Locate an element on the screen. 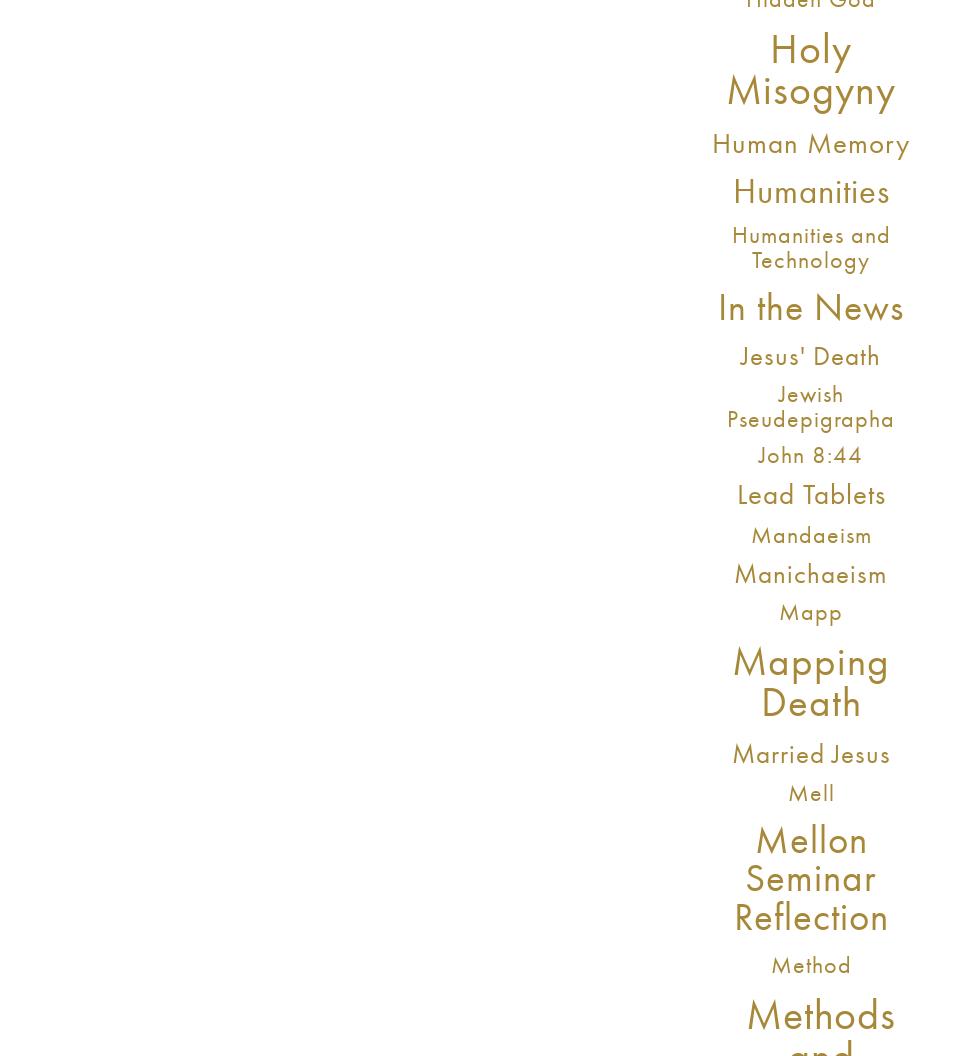 The width and height of the screenshot is (956, 1056). 'Lead Tablets' is located at coordinates (809, 492).